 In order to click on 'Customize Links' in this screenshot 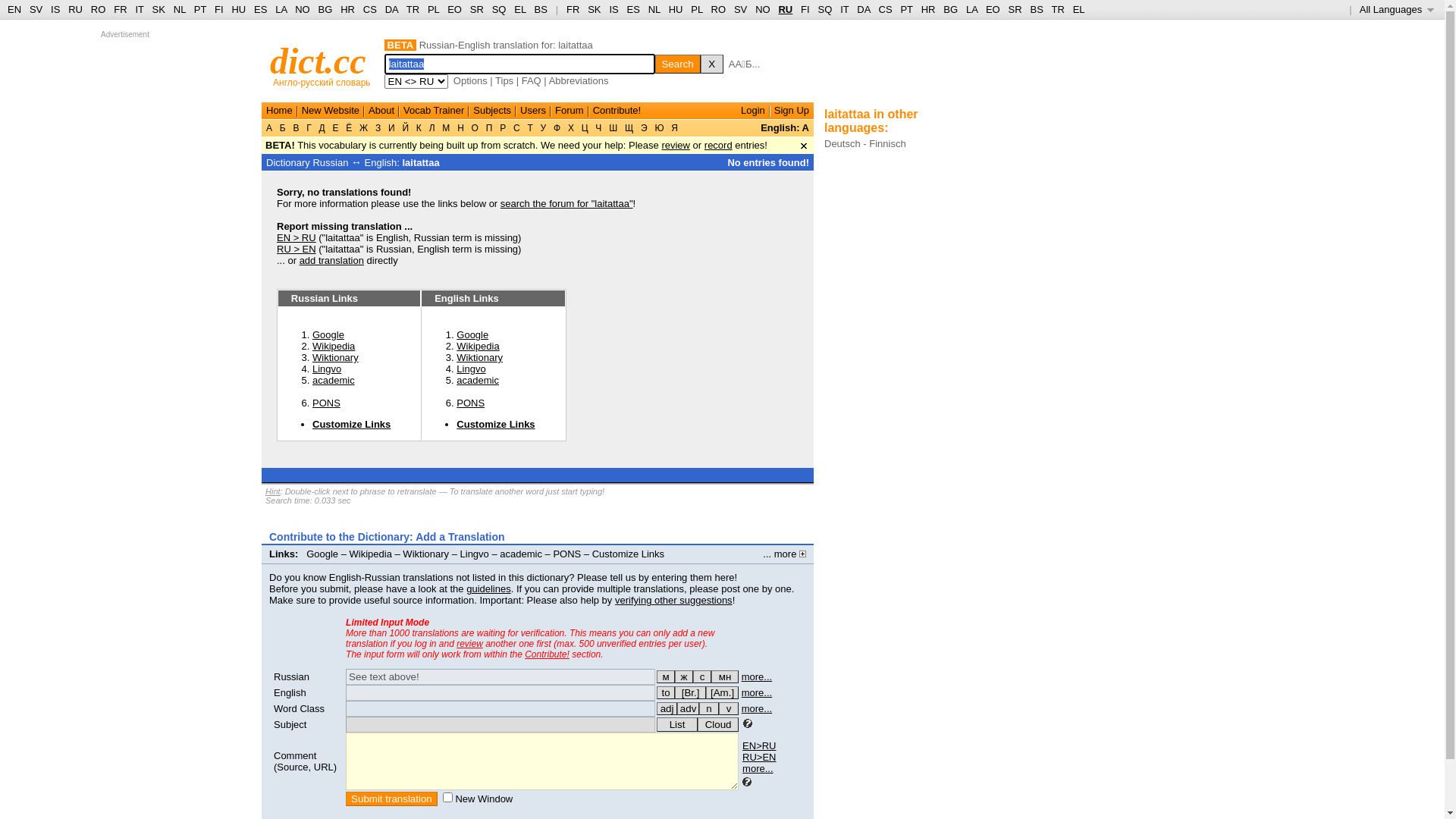, I will do `click(628, 554)`.